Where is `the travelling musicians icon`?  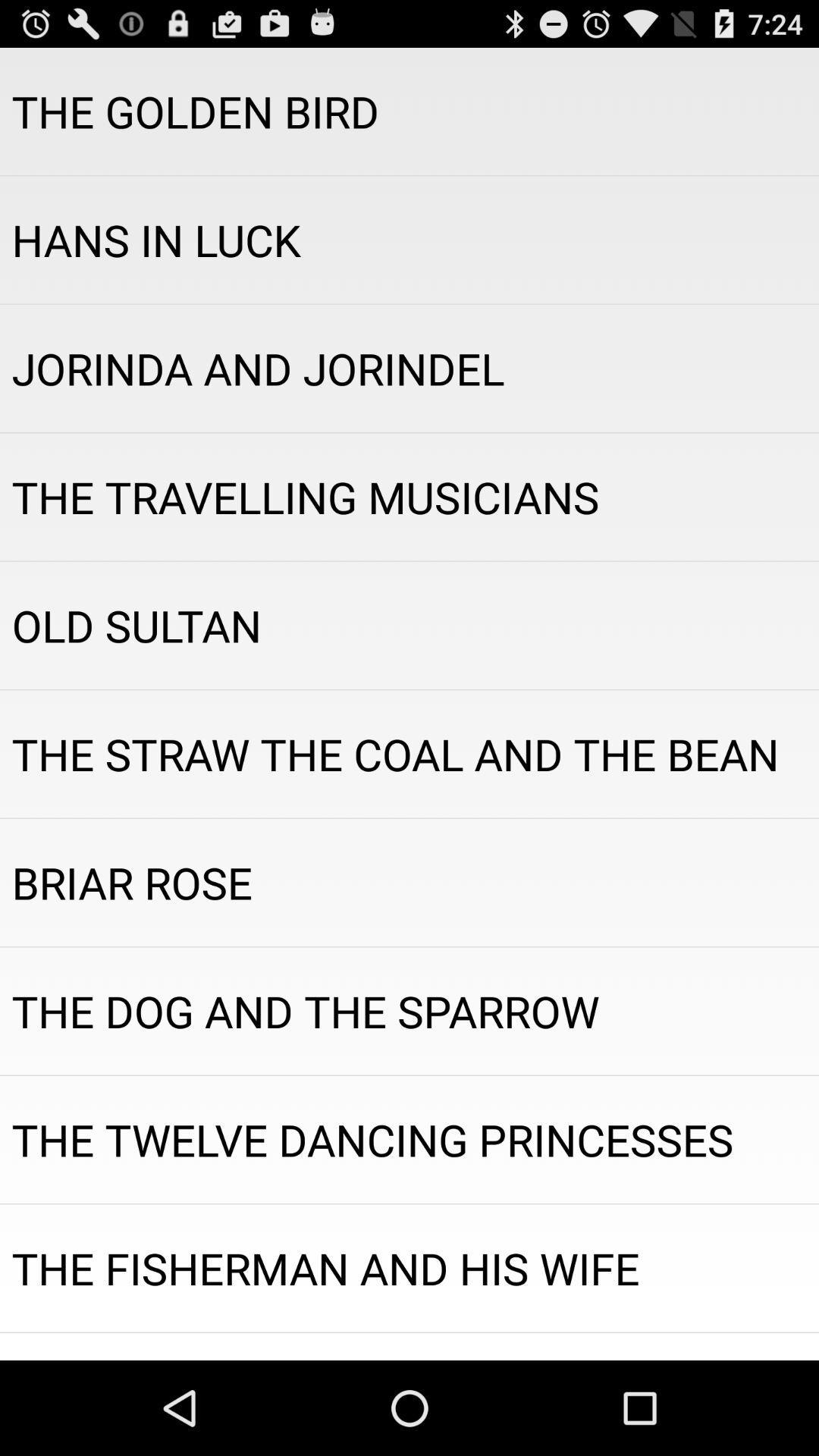 the travelling musicians icon is located at coordinates (409, 497).